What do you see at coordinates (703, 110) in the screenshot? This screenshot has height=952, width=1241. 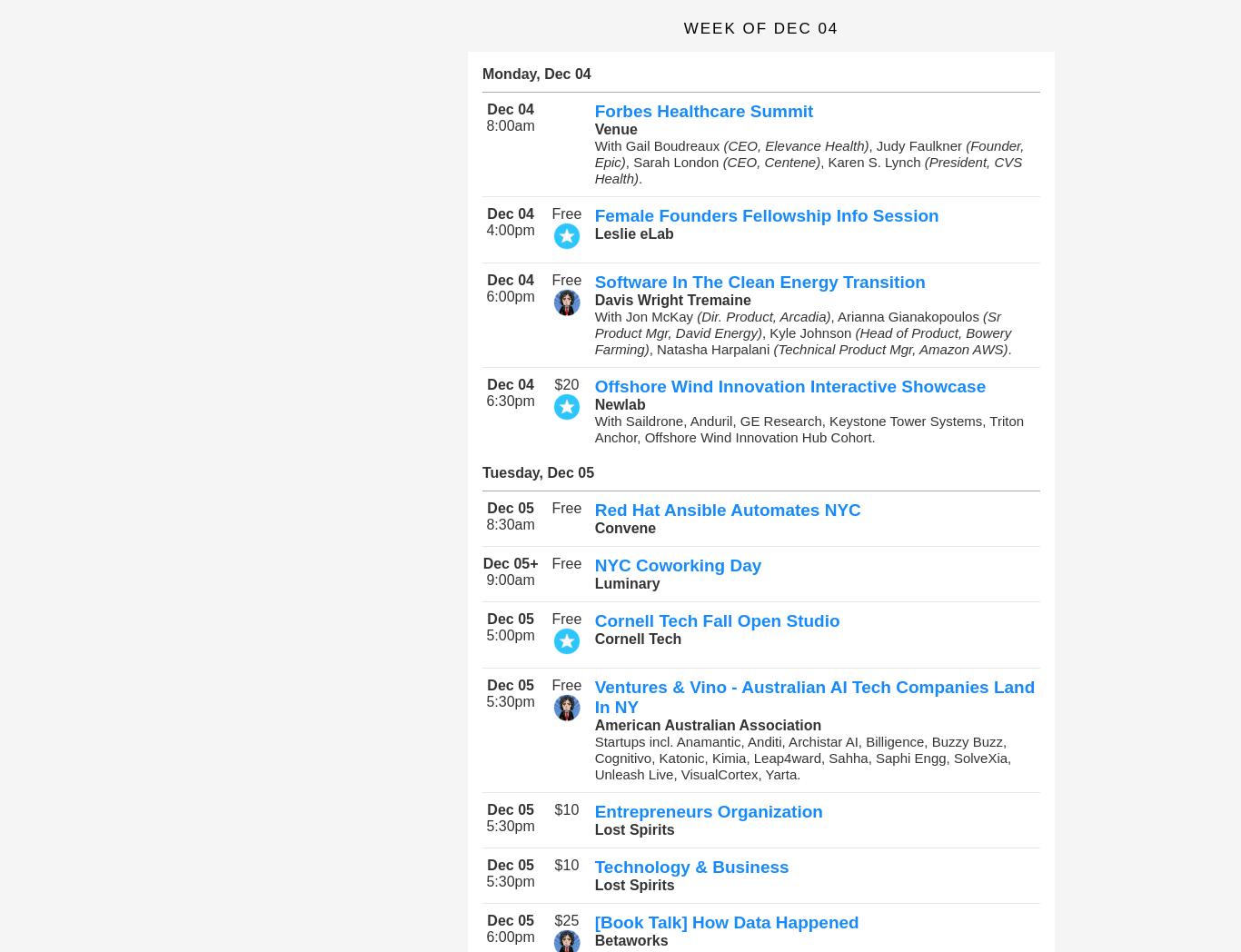 I see `'Forbes Healthcare Summit'` at bounding box center [703, 110].